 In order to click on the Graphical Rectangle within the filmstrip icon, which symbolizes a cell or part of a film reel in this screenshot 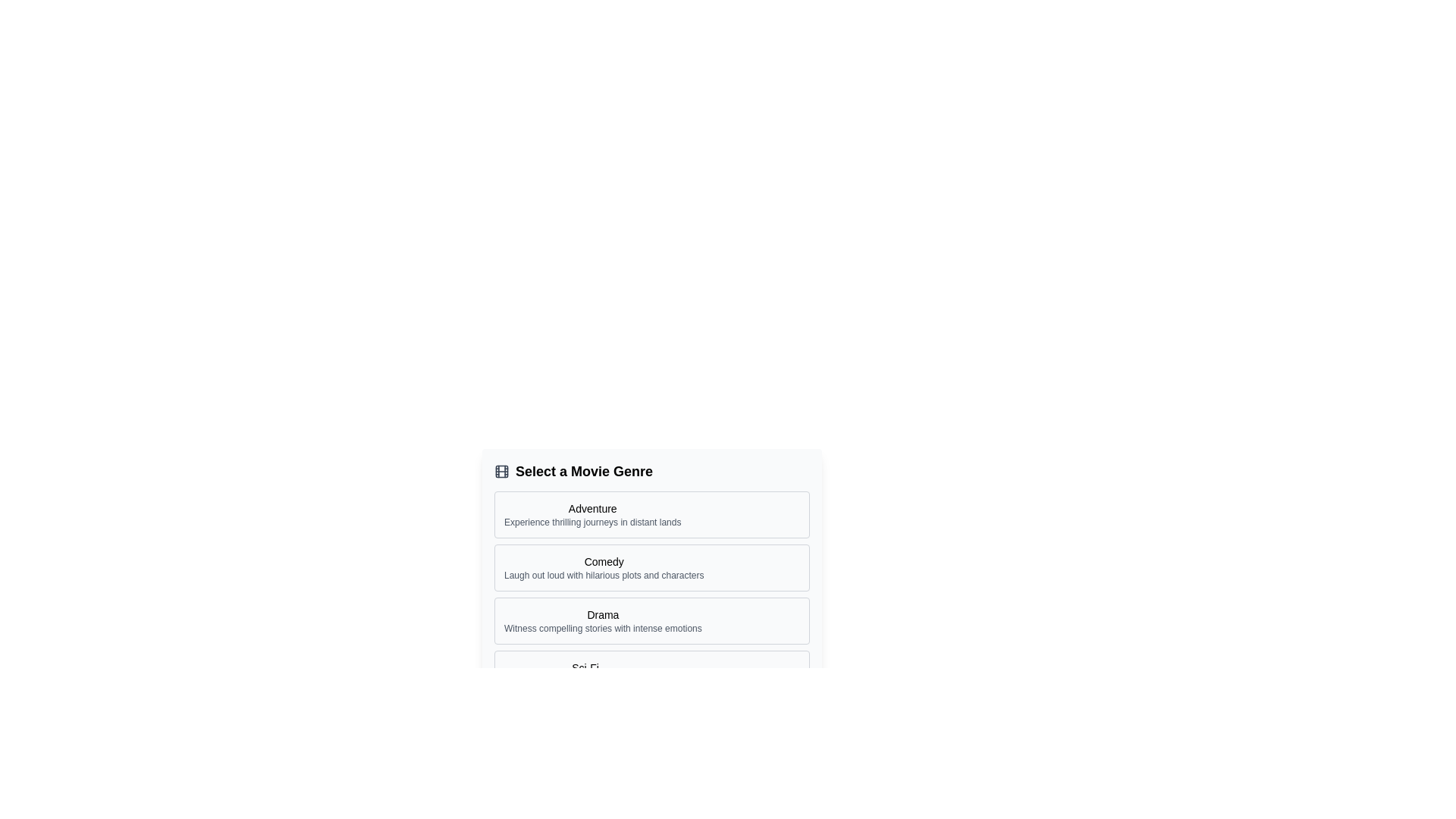, I will do `click(502, 470)`.